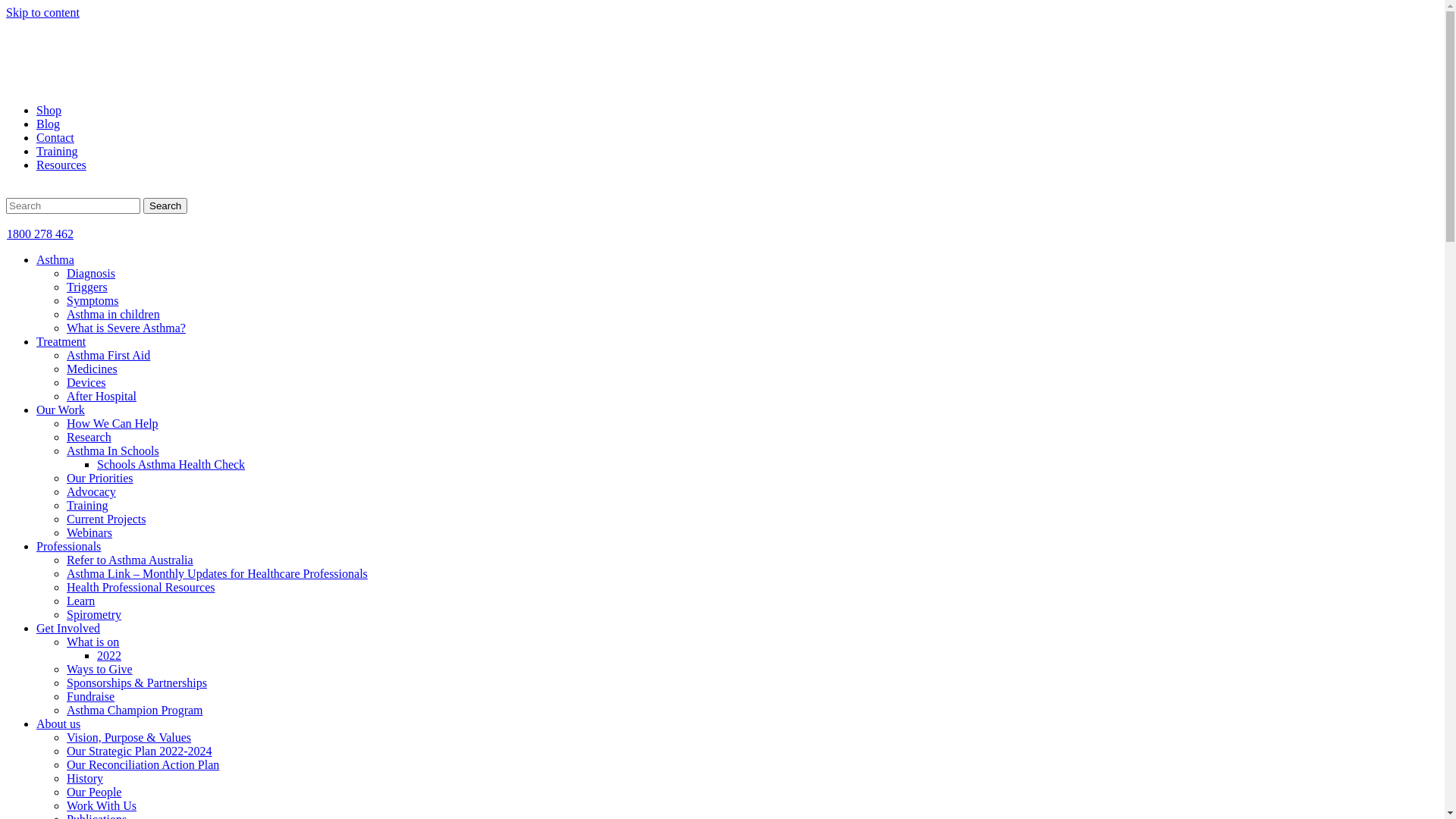  I want to click on 'Diagnosis', so click(90, 273).